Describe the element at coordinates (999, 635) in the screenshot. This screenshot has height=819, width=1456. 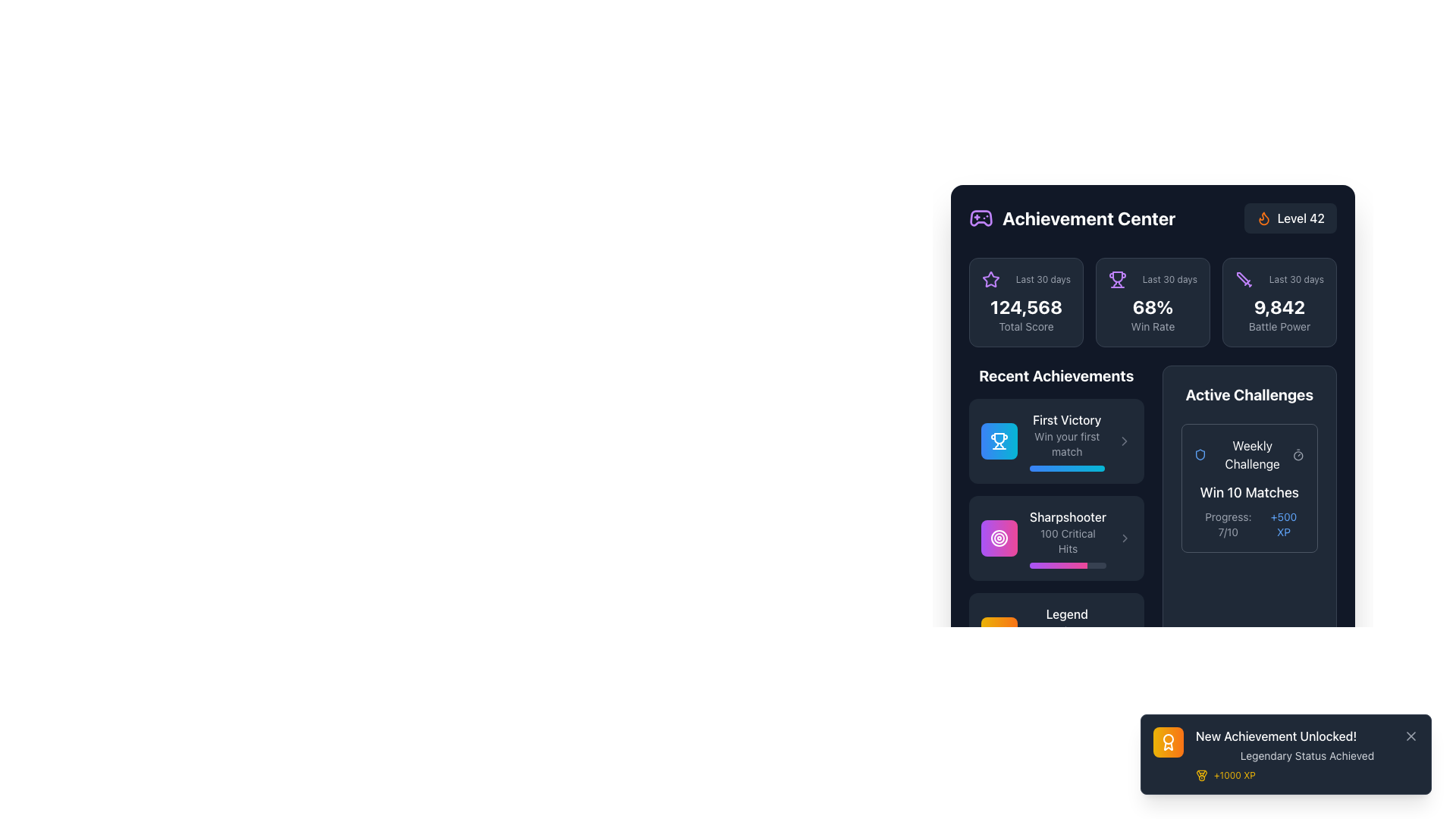
I see `the rectangular button styled with a gradient background transitioning from yellow to orange, located directly above the text 'Legend'` at that location.